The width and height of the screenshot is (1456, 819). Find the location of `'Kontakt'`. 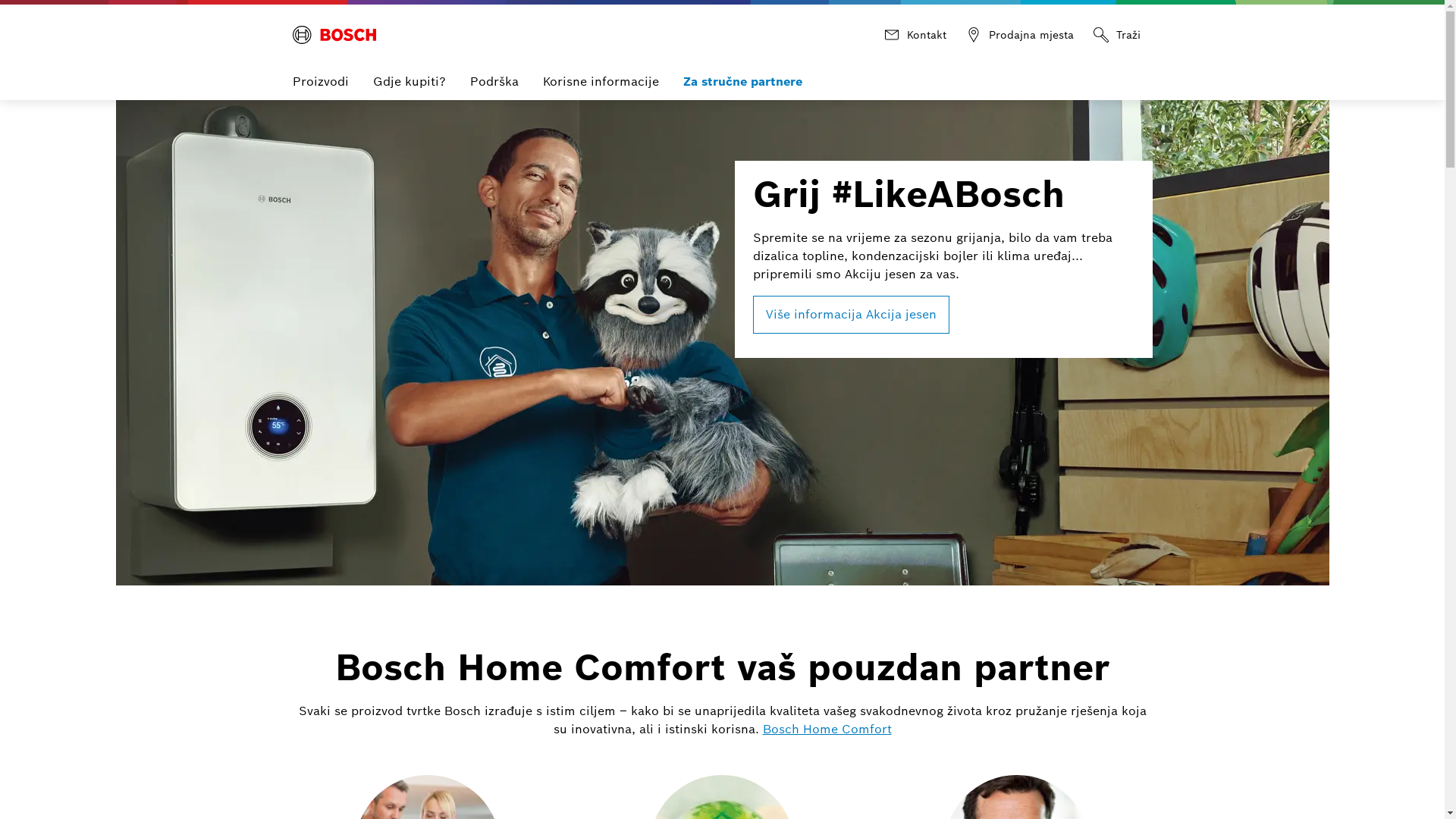

'Kontakt' is located at coordinates (877, 34).